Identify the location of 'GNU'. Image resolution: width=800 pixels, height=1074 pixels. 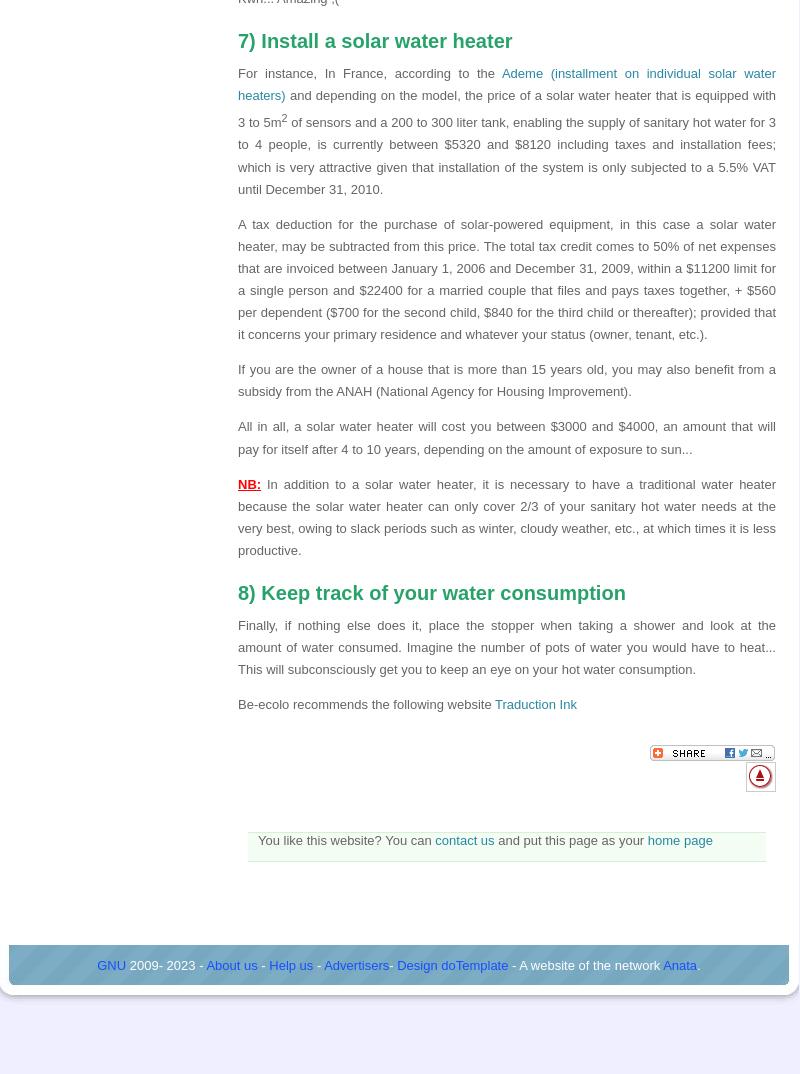
(110, 965).